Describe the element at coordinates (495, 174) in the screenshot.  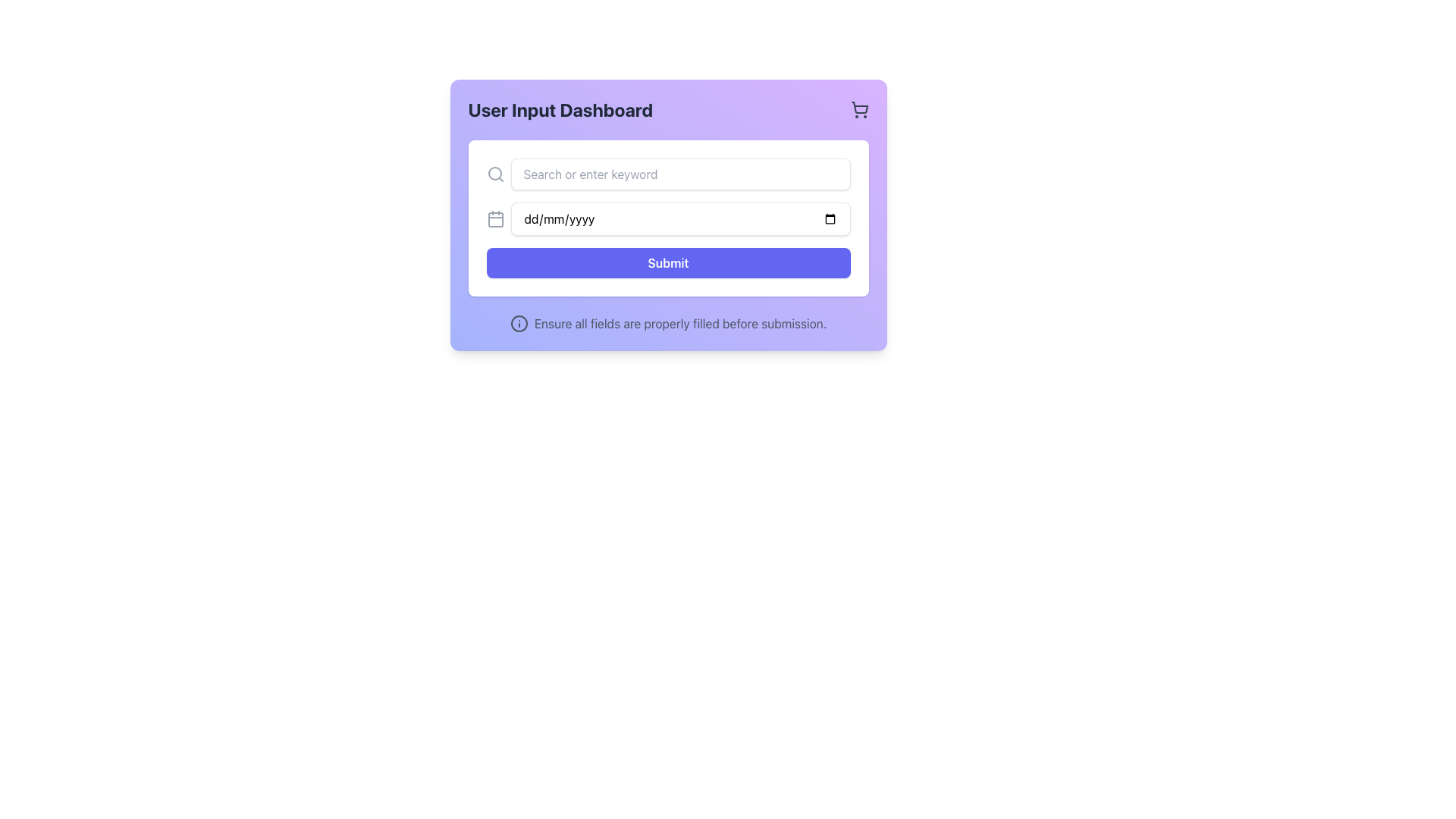
I see `the search icon located to the left of the text input field with the placeholder 'Search or enter keyword.'` at that location.